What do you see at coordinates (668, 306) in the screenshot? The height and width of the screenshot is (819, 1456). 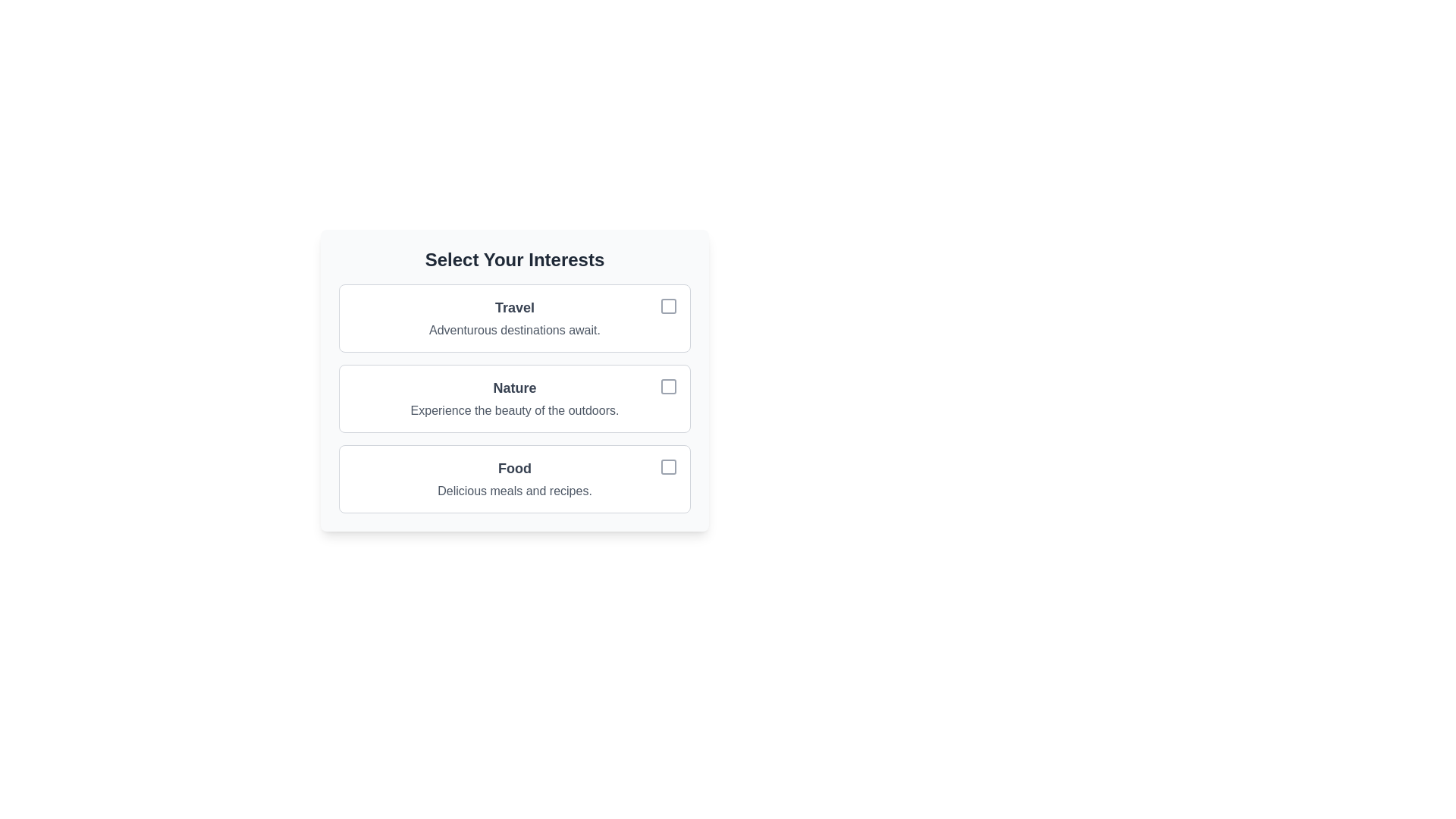 I see `the inner rectangular part of the checkbox associated with the 'Travel' option` at bounding box center [668, 306].